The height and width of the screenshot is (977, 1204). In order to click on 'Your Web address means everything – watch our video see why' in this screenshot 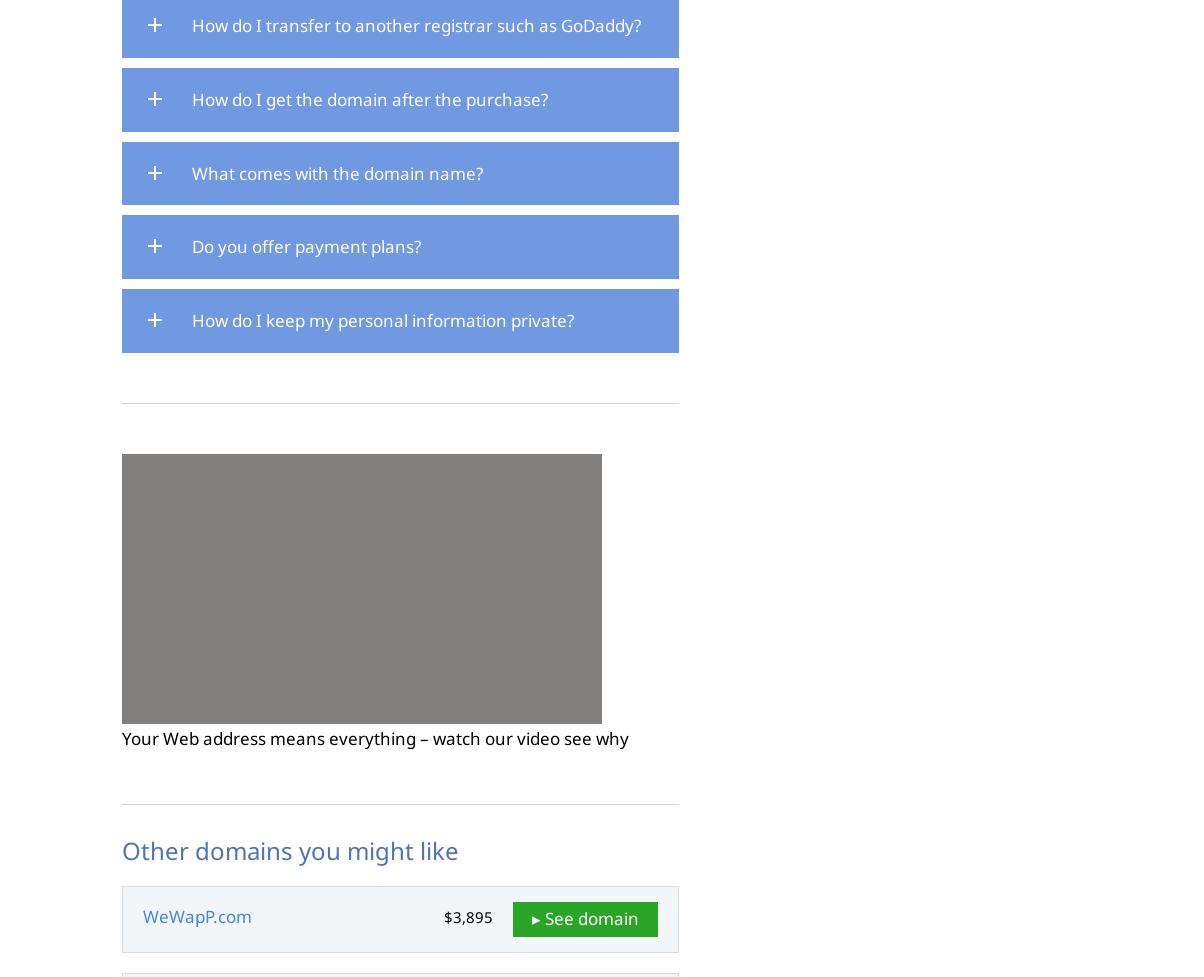, I will do `click(121, 737)`.